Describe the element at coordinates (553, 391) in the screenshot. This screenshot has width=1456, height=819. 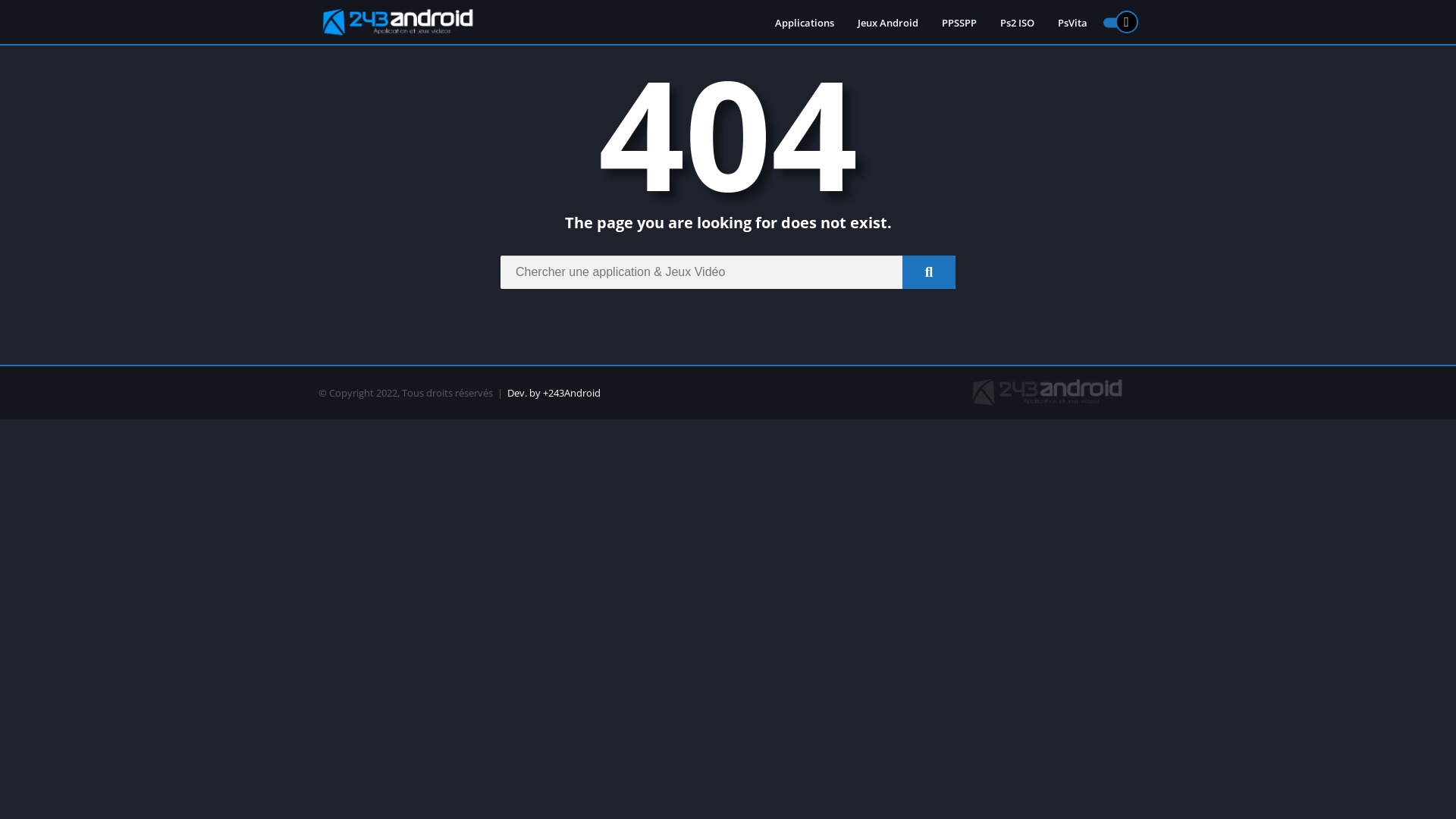
I see `'Dev. by +243Android'` at that location.